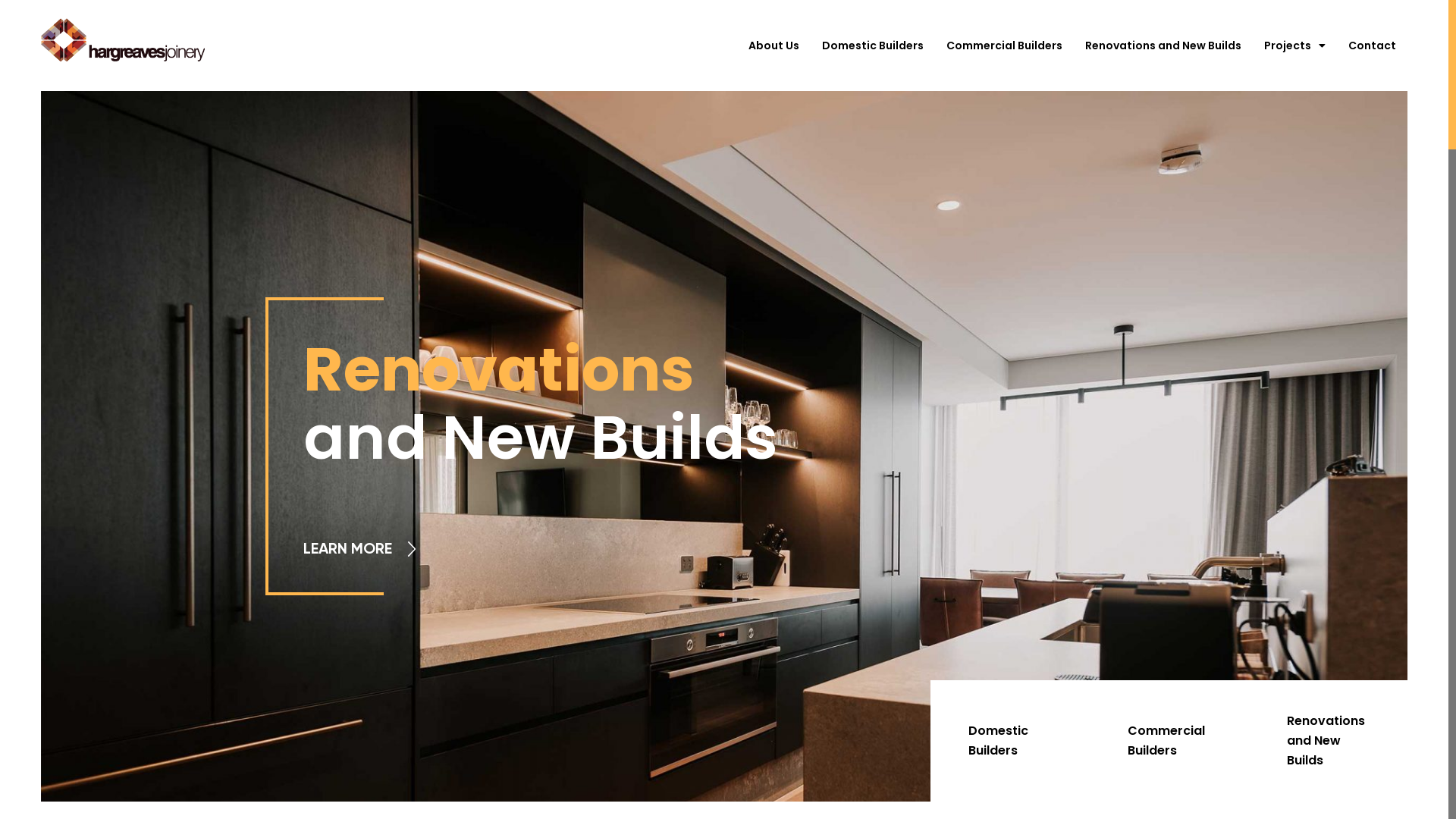  I want to click on 'Projects', so click(1252, 45).